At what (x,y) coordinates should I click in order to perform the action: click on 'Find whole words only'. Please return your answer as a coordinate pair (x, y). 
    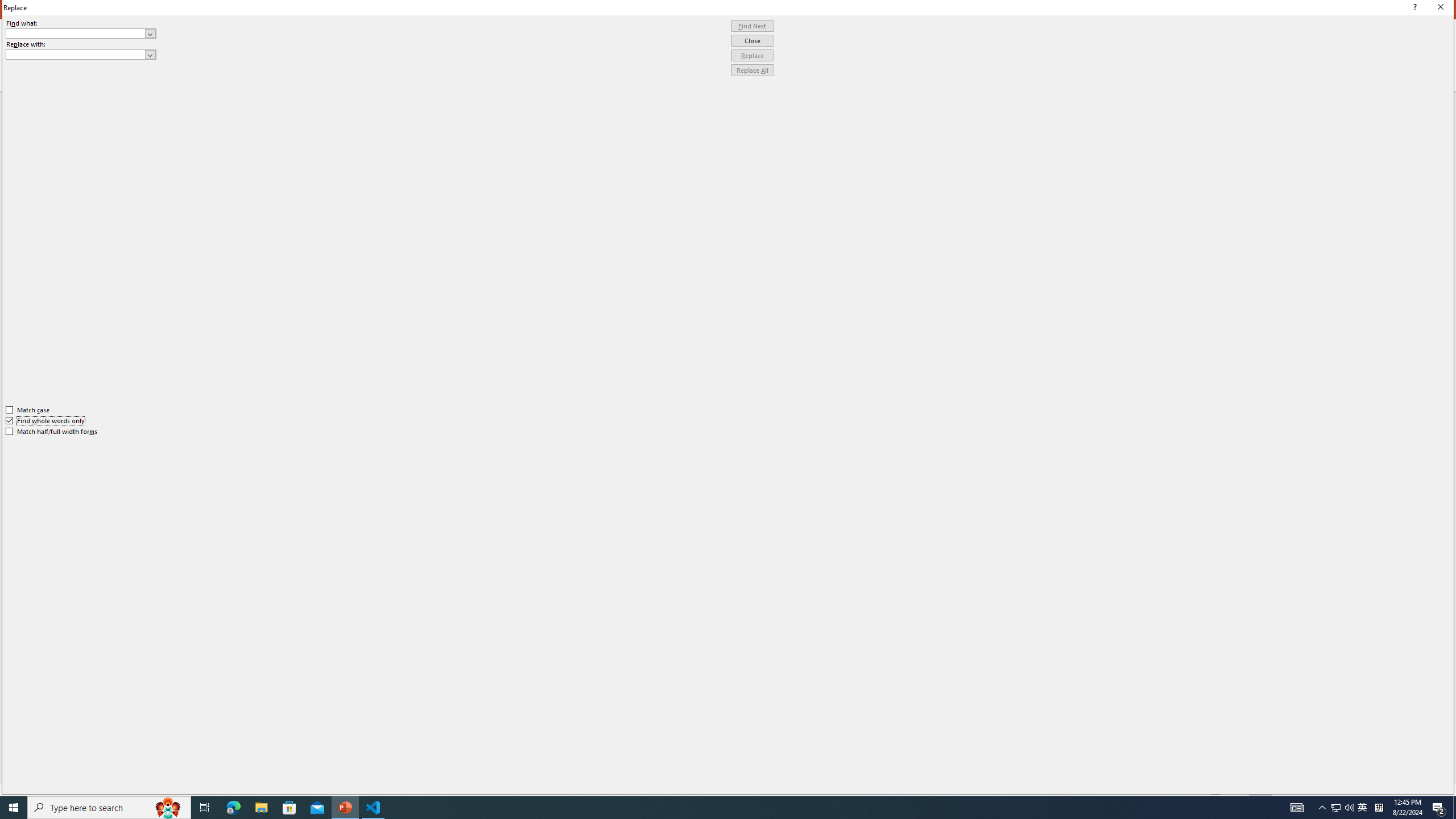
    Looking at the image, I should click on (45, 420).